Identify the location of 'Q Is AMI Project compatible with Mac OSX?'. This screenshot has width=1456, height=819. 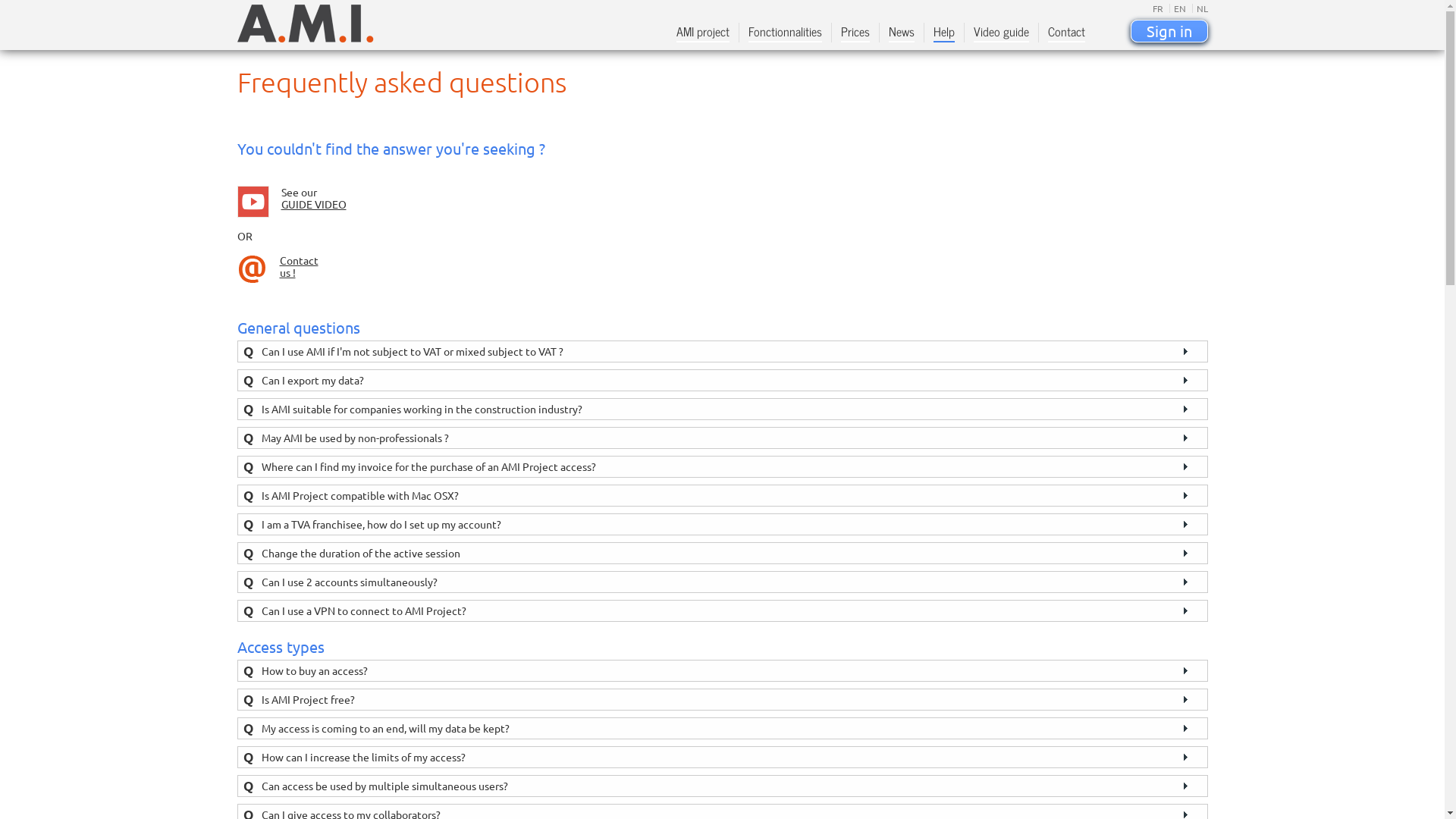
(720, 495).